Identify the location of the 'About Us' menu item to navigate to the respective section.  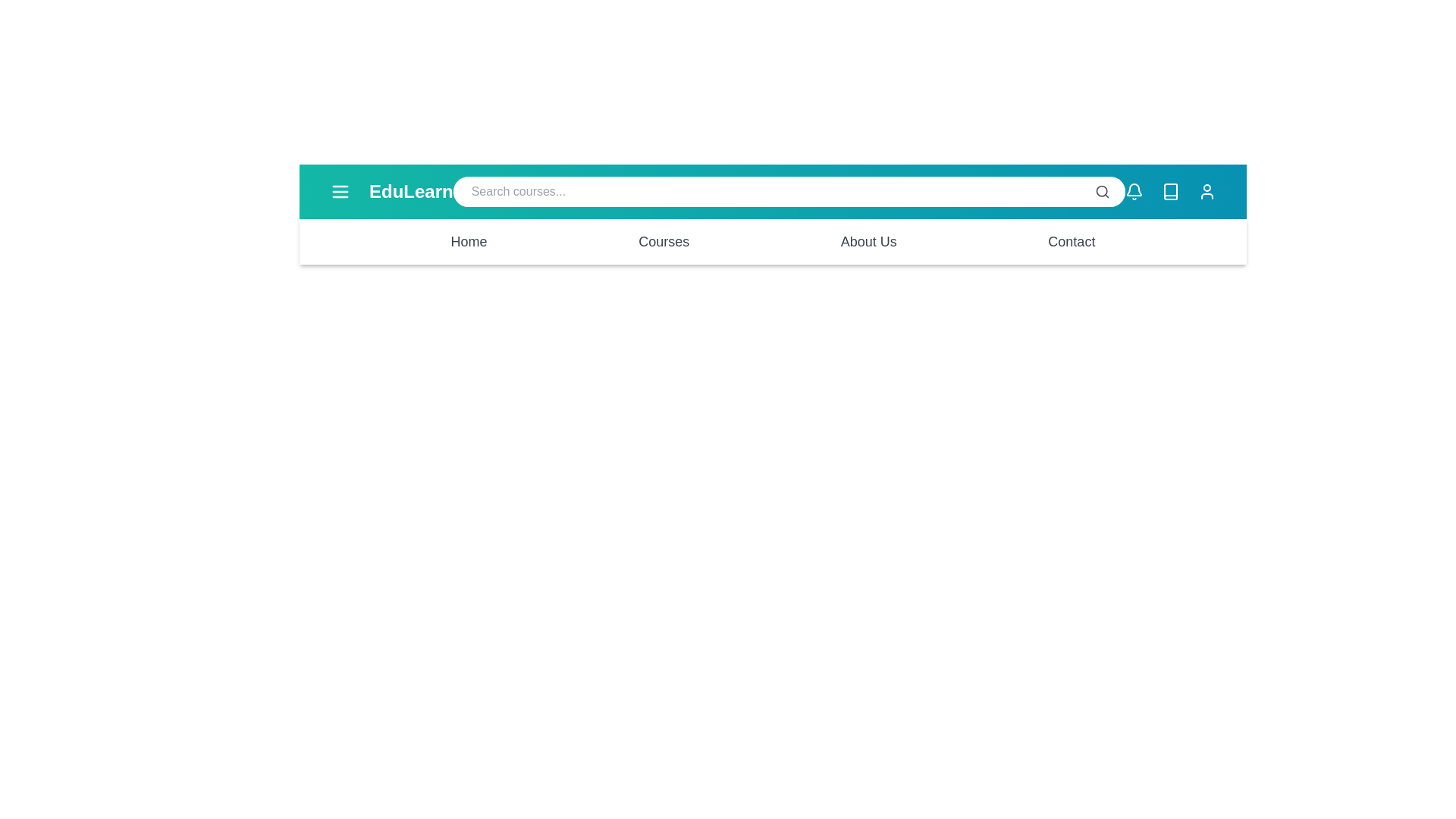
(868, 241).